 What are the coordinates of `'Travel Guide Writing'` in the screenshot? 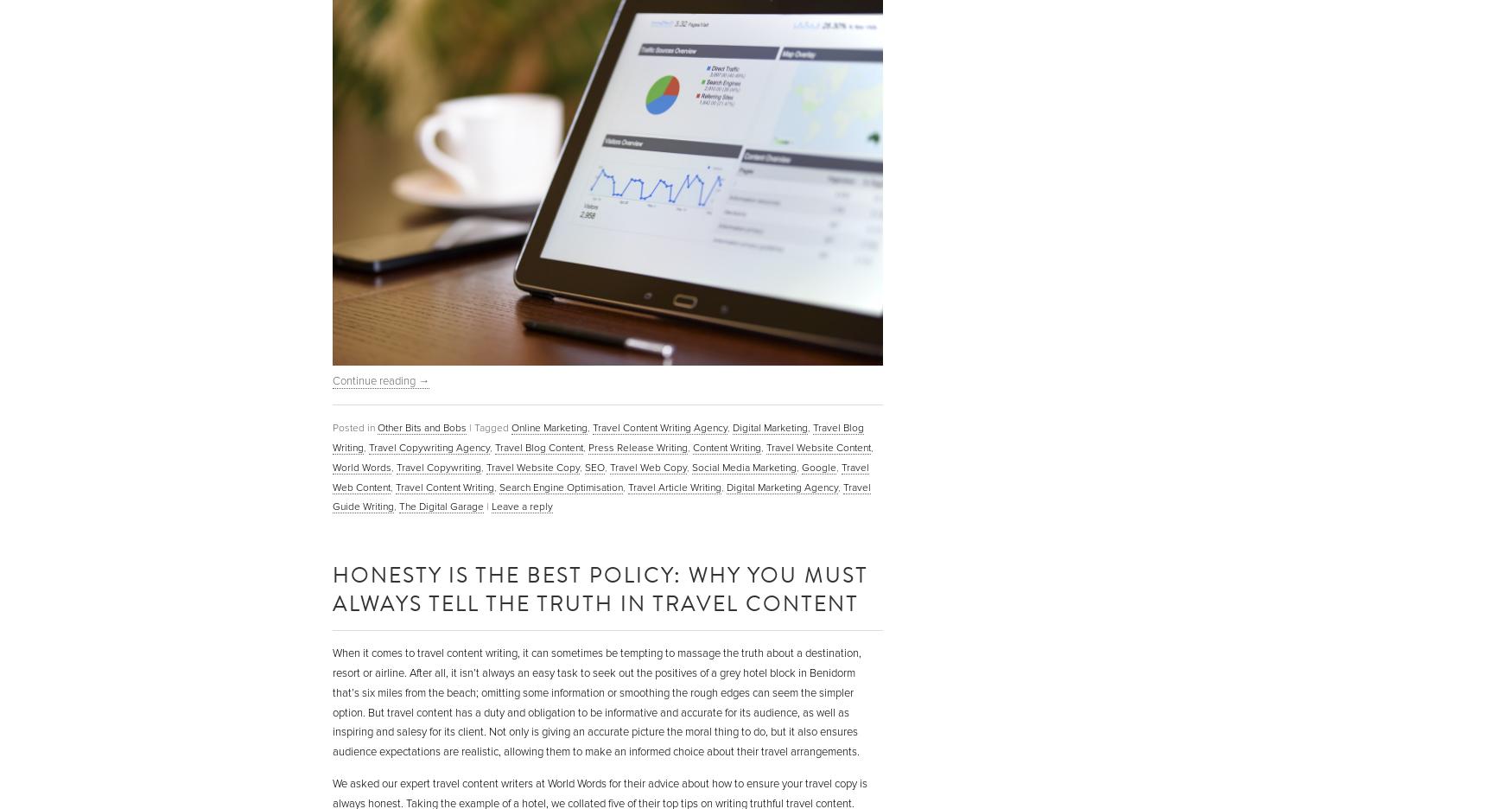 It's located at (332, 495).